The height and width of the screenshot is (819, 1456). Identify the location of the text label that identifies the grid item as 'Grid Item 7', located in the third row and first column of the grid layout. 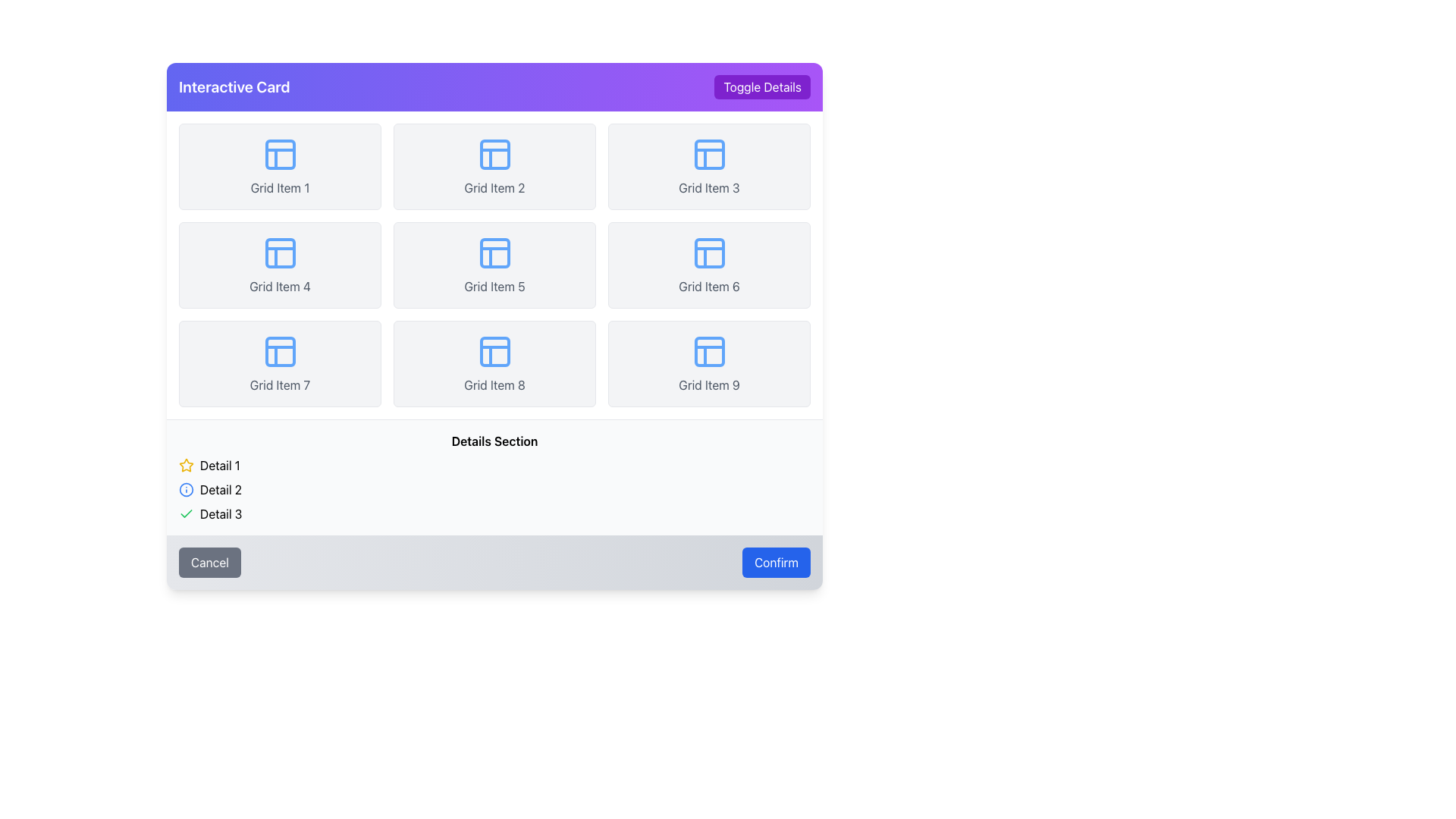
(280, 384).